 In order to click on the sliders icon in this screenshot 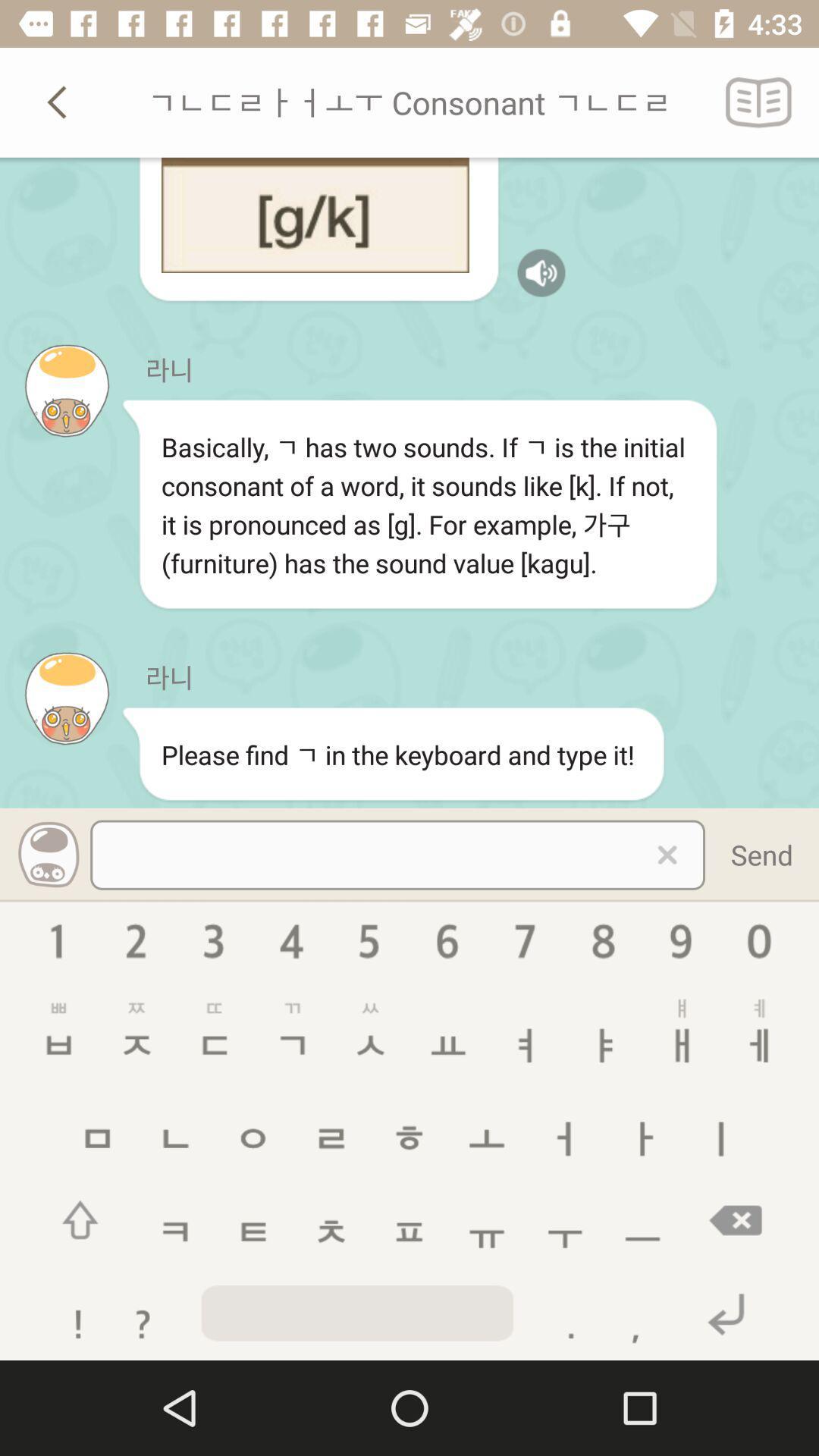, I will do `click(681, 1033)`.